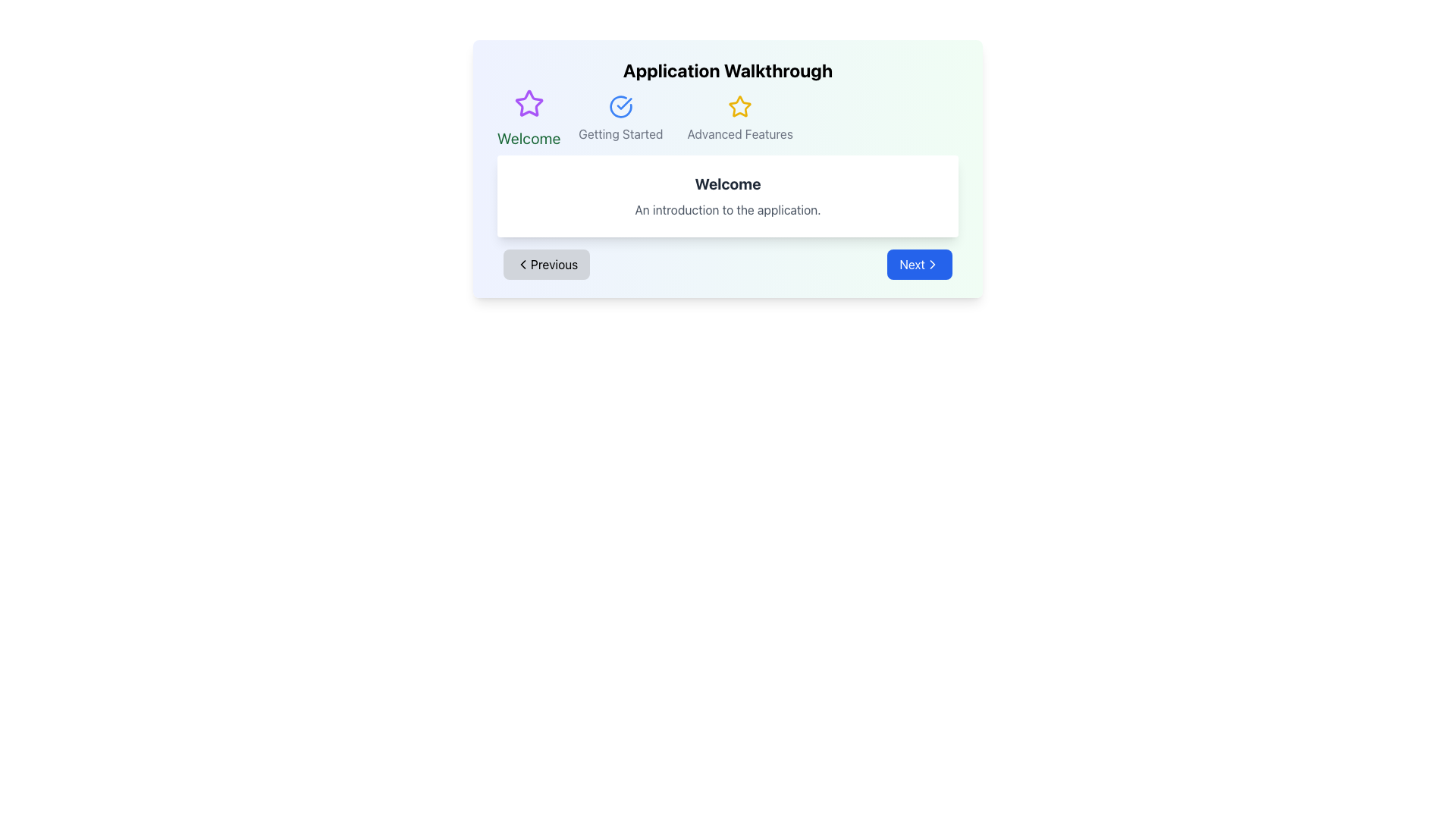 The height and width of the screenshot is (819, 1456). Describe the element at coordinates (728, 210) in the screenshot. I see `the descriptive subtitle text located directly below the 'Welcome' heading within the central white card` at that location.